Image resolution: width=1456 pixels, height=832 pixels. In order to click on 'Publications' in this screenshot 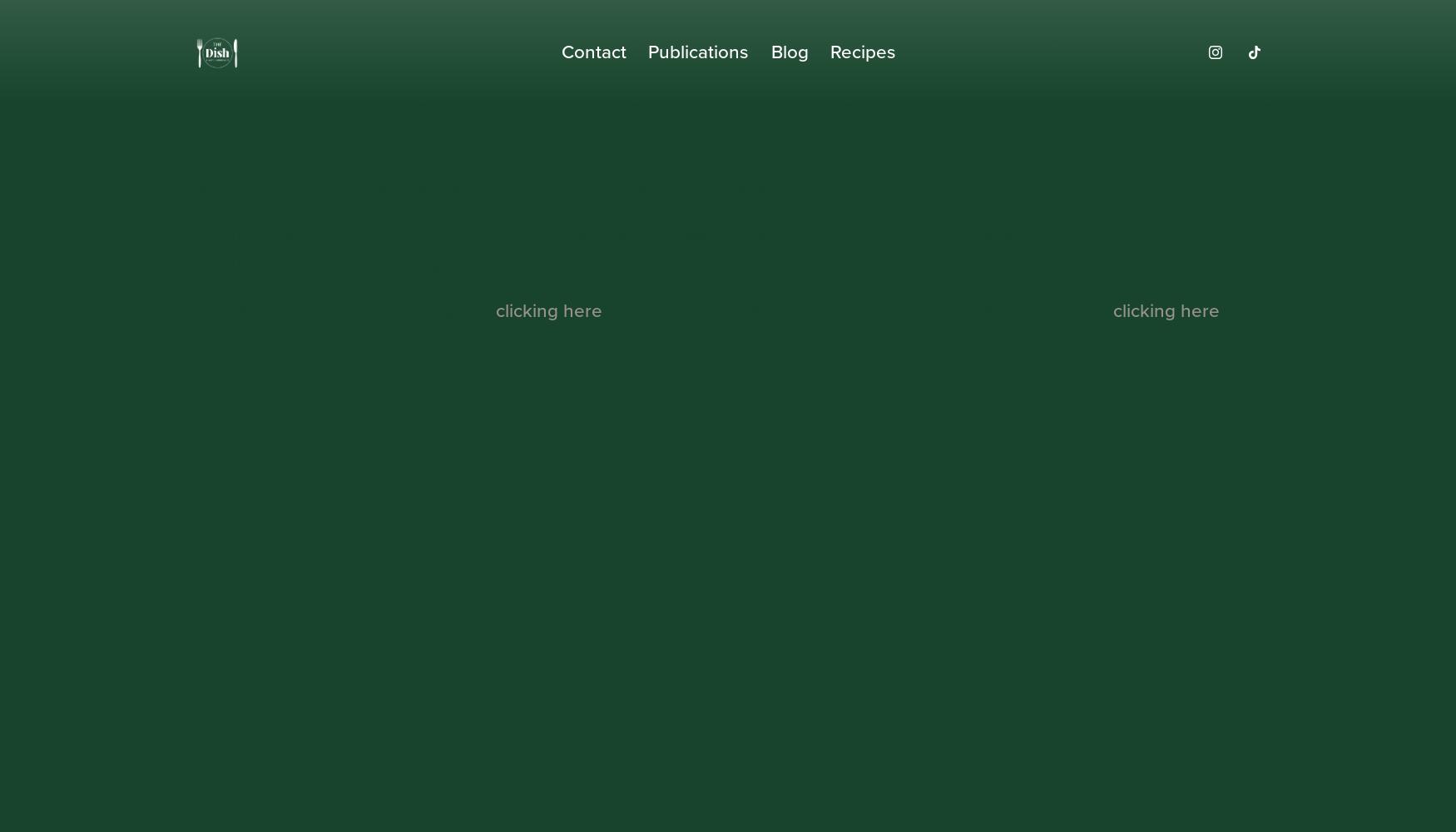, I will do `click(698, 52)`.